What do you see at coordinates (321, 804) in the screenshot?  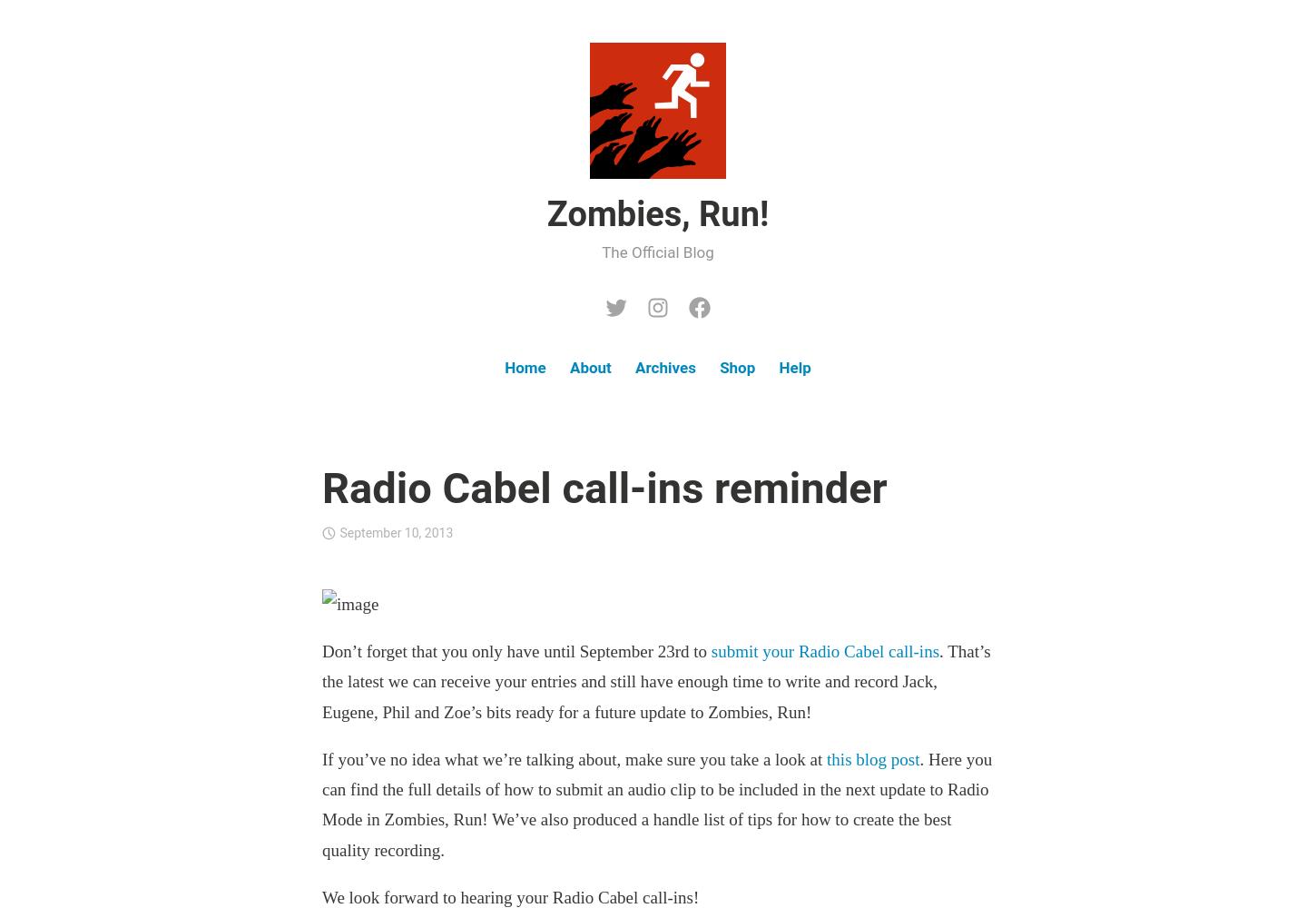 I see `'. Here you can find the full details of how to submit an audio clip to be included in the next update to Radio Mode in Zombies, Run! We’ve also produced a handle list of tips for how to create the best quality recording.'` at bounding box center [321, 804].